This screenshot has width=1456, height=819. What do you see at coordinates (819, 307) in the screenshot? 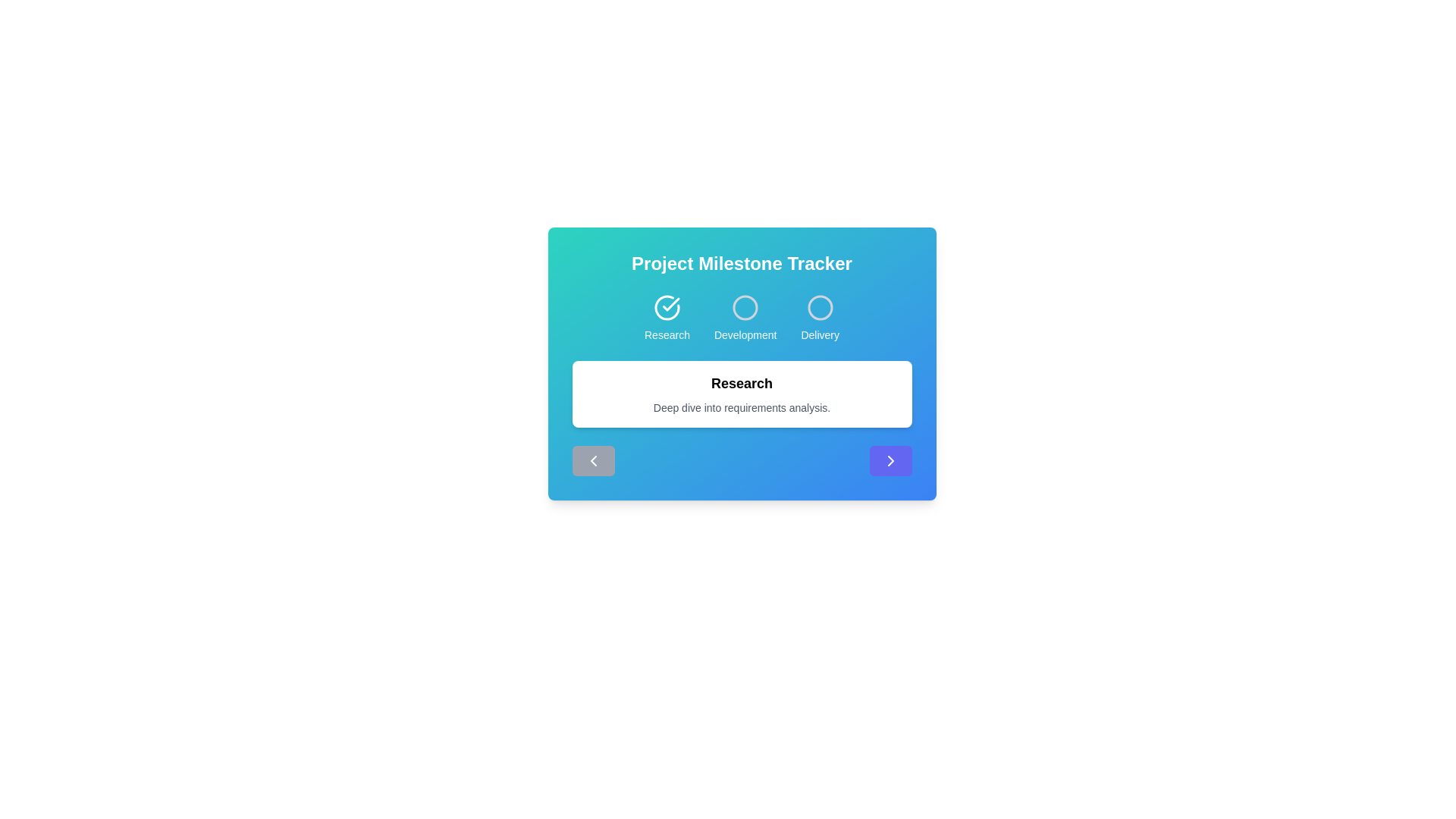
I see `the small gray SVG circle within the third milestone indicator icon labeled 'Delivery' in the 'Project Milestone Tracker' card` at bounding box center [819, 307].